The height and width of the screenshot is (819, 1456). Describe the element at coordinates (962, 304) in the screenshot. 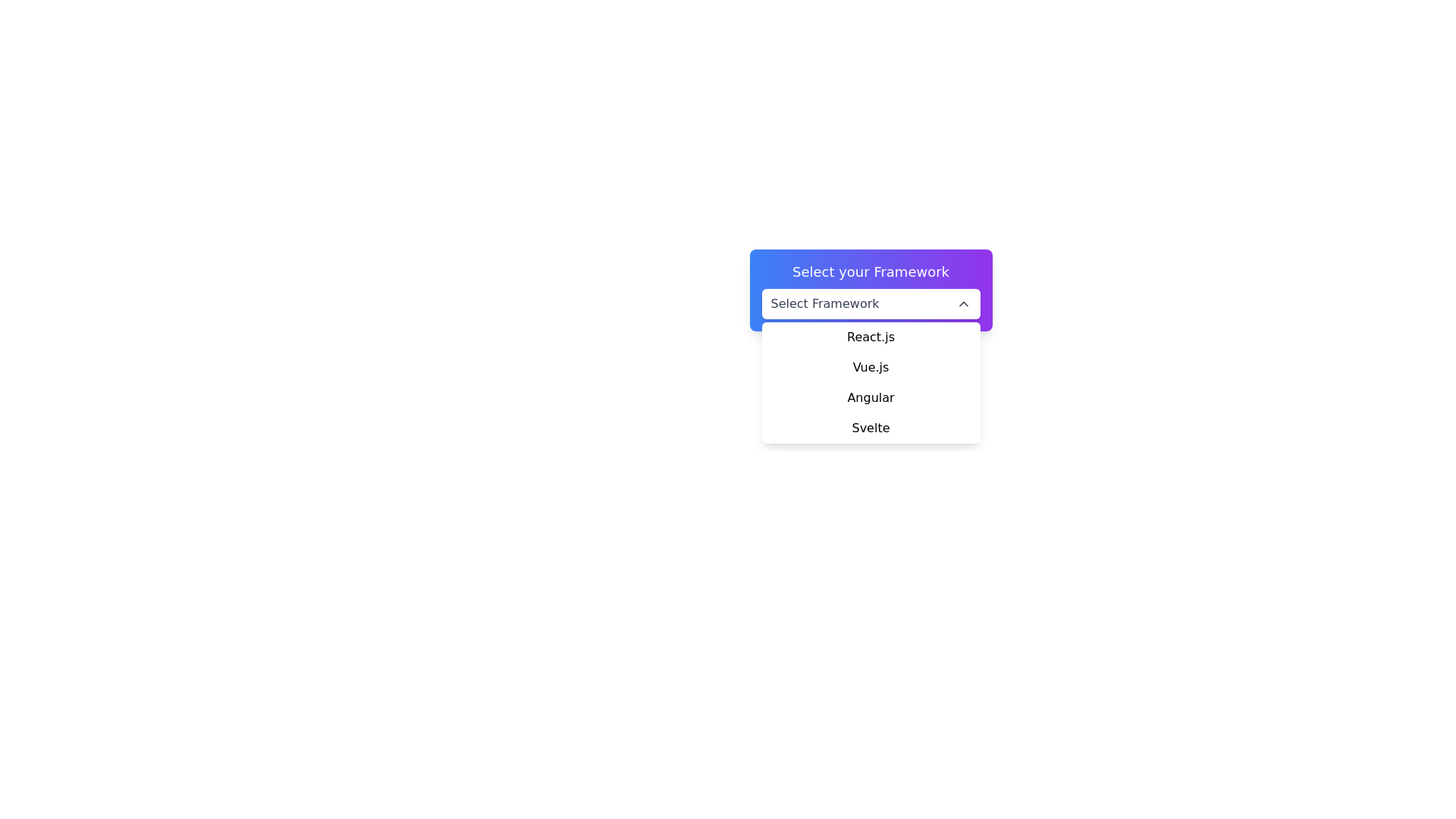

I see `the chevron-shaped arrow icon pointing upwards, which has a minimalist design with a black outline and a white background, located in the rightmost portion of the 'Select Framework' dropdown bar` at that location.